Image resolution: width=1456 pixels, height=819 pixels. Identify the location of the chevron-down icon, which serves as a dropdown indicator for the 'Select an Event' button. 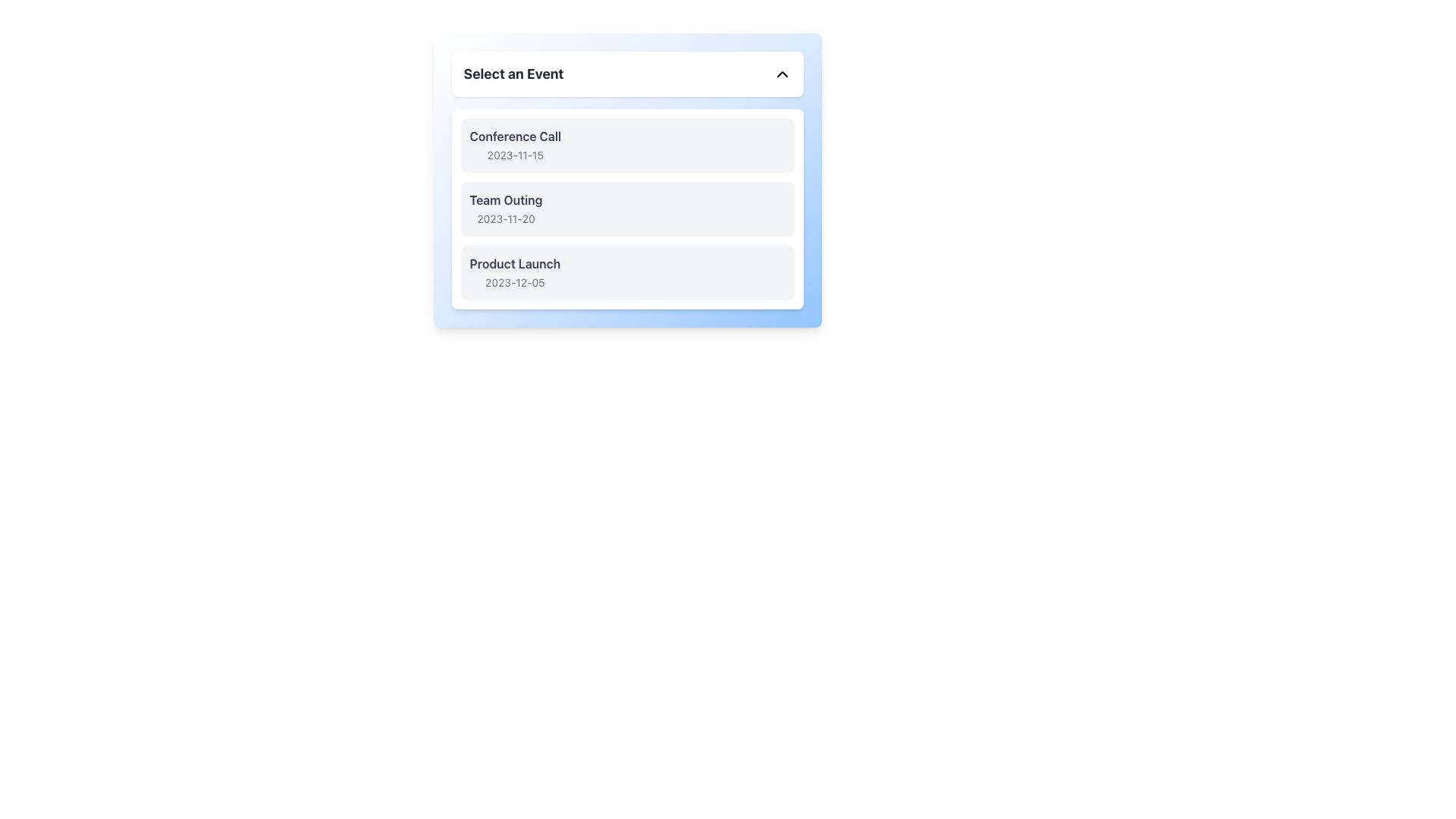
(782, 74).